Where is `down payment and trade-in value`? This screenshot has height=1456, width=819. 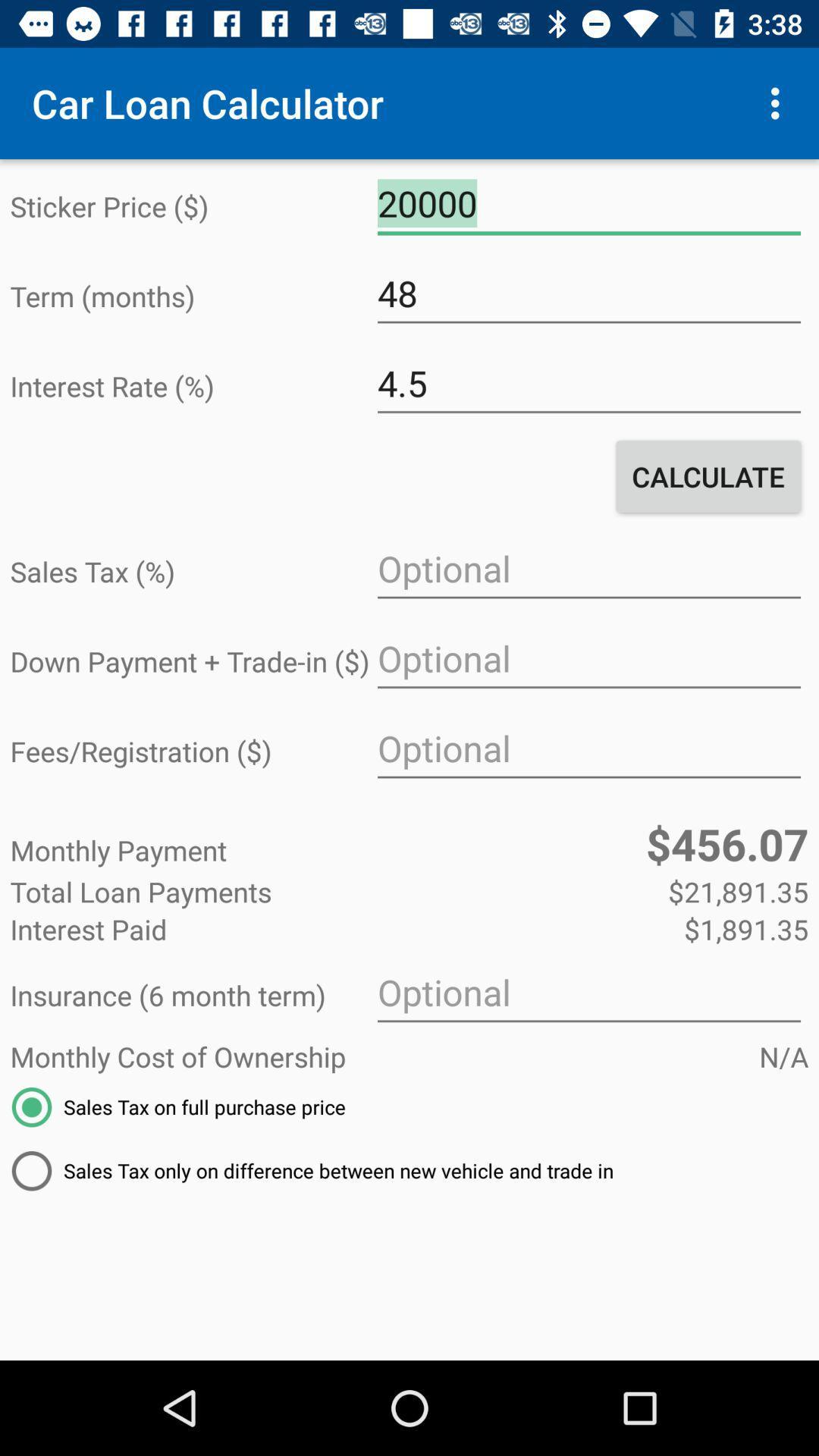
down payment and trade-in value is located at coordinates (588, 659).